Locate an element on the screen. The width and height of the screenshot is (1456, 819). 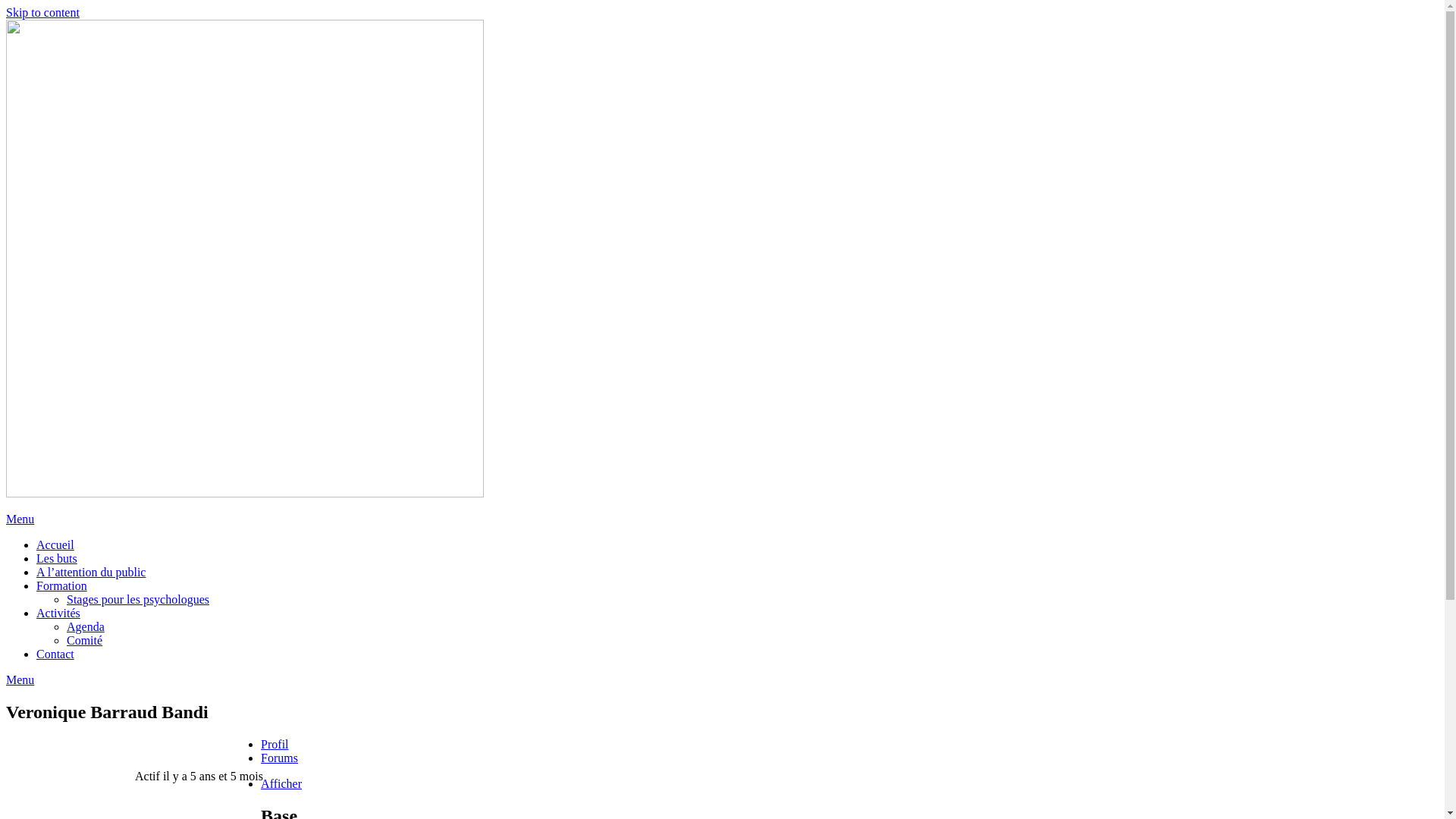
'Afficher' is located at coordinates (261, 783).